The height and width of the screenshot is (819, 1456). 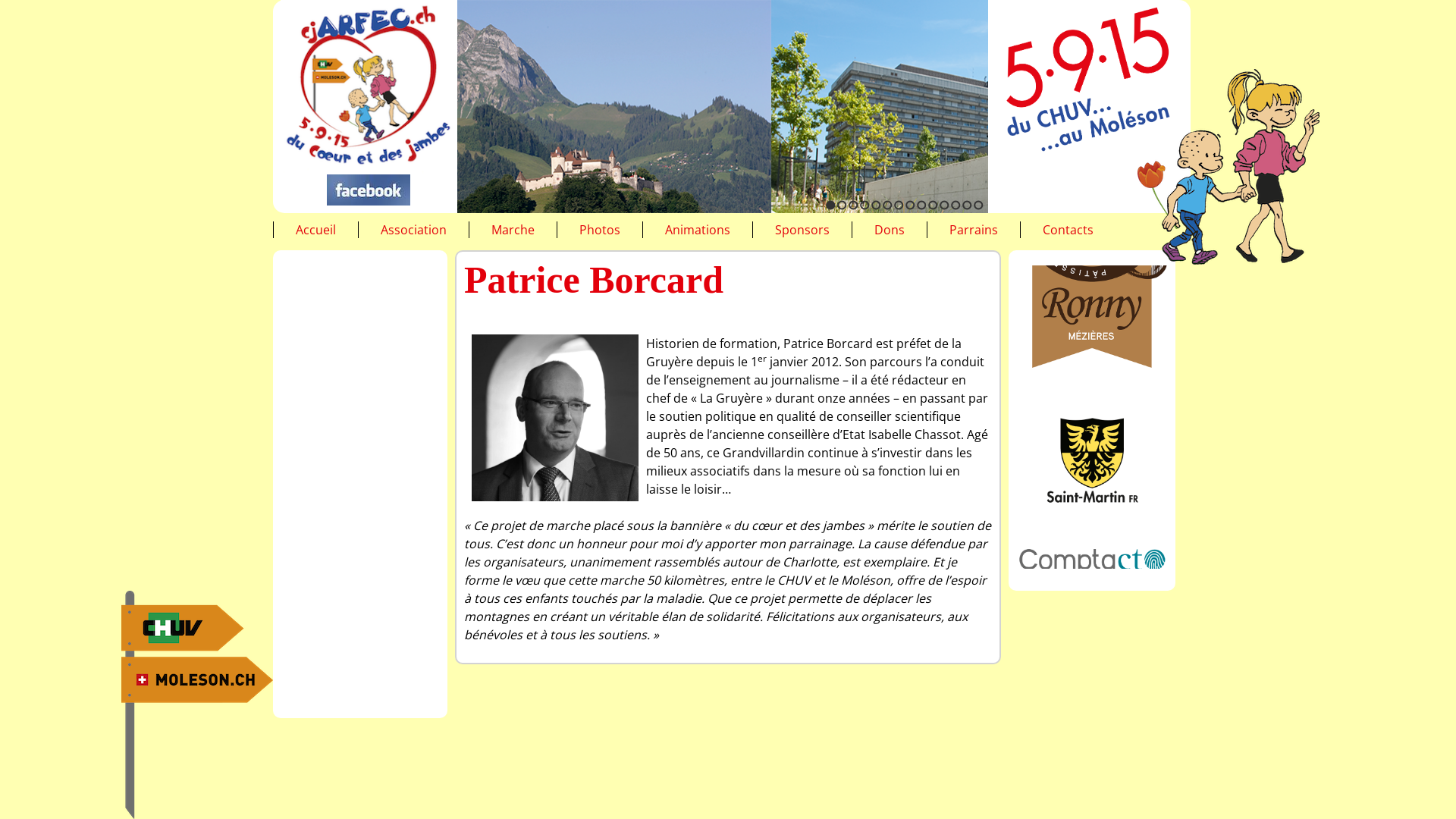 I want to click on 'Parrains', so click(x=949, y=230).